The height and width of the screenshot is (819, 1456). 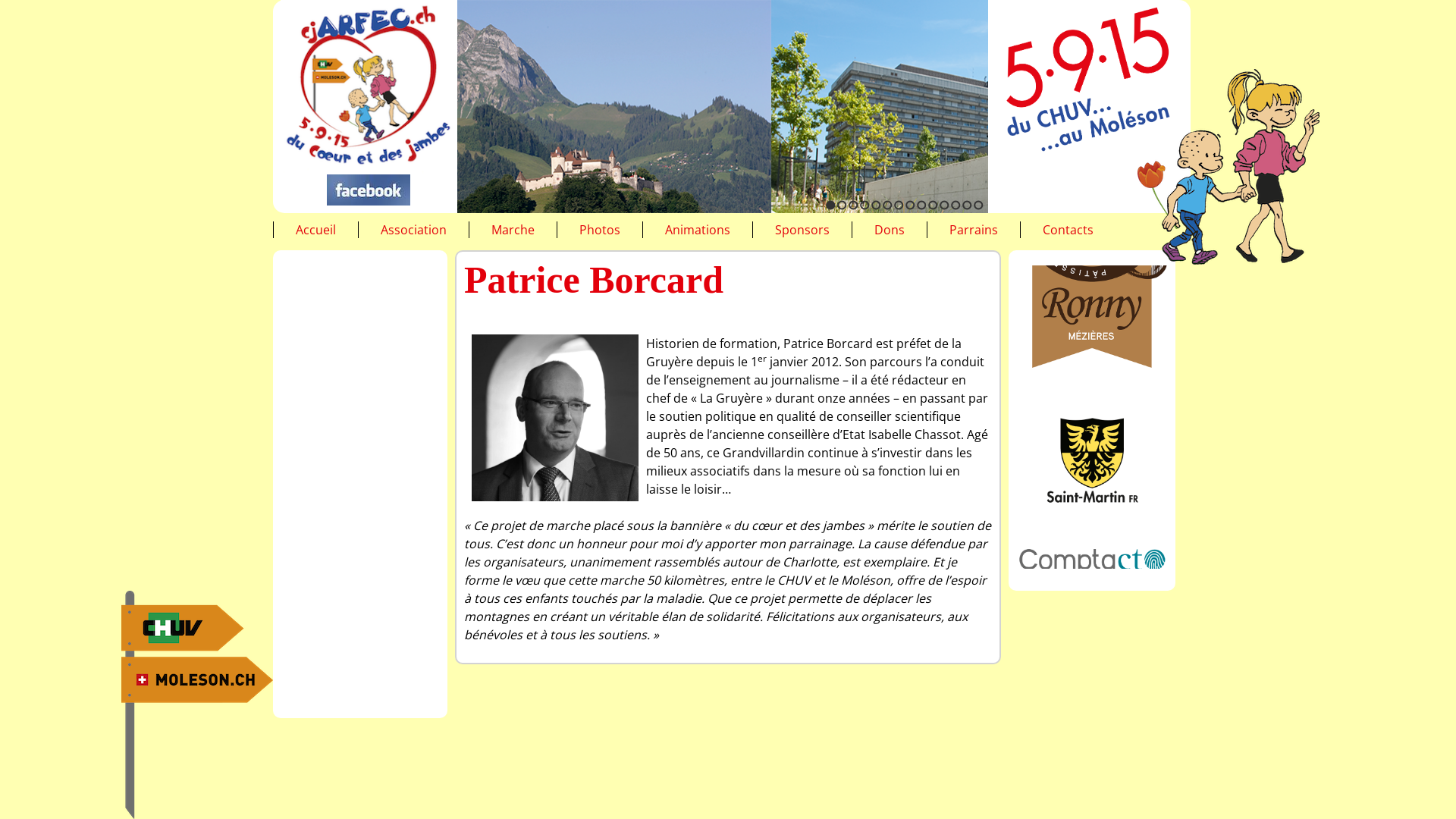 I want to click on 'Parrains', so click(x=949, y=230).